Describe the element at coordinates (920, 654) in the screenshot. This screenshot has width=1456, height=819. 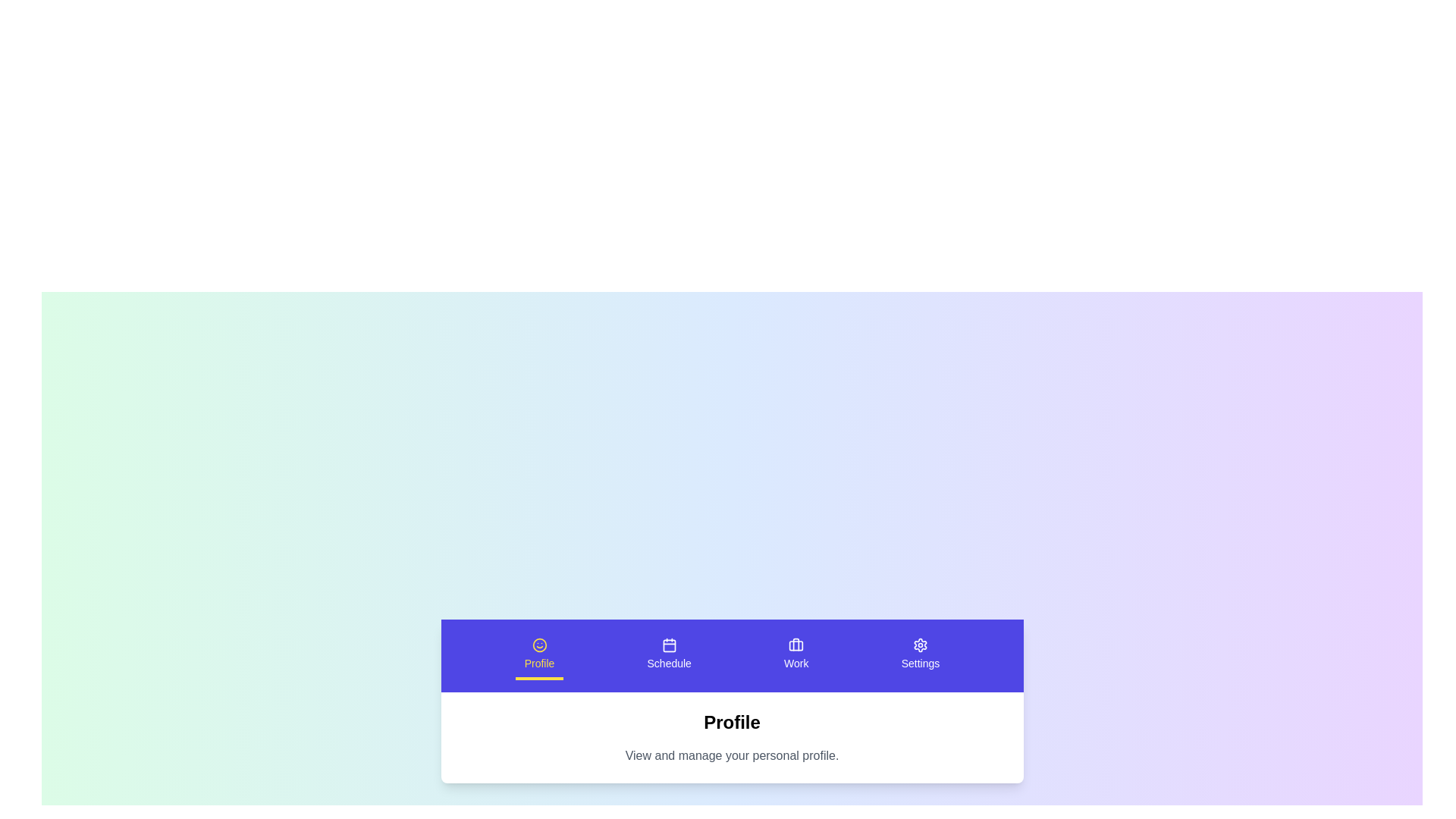
I see `the tab labeled Settings` at that location.